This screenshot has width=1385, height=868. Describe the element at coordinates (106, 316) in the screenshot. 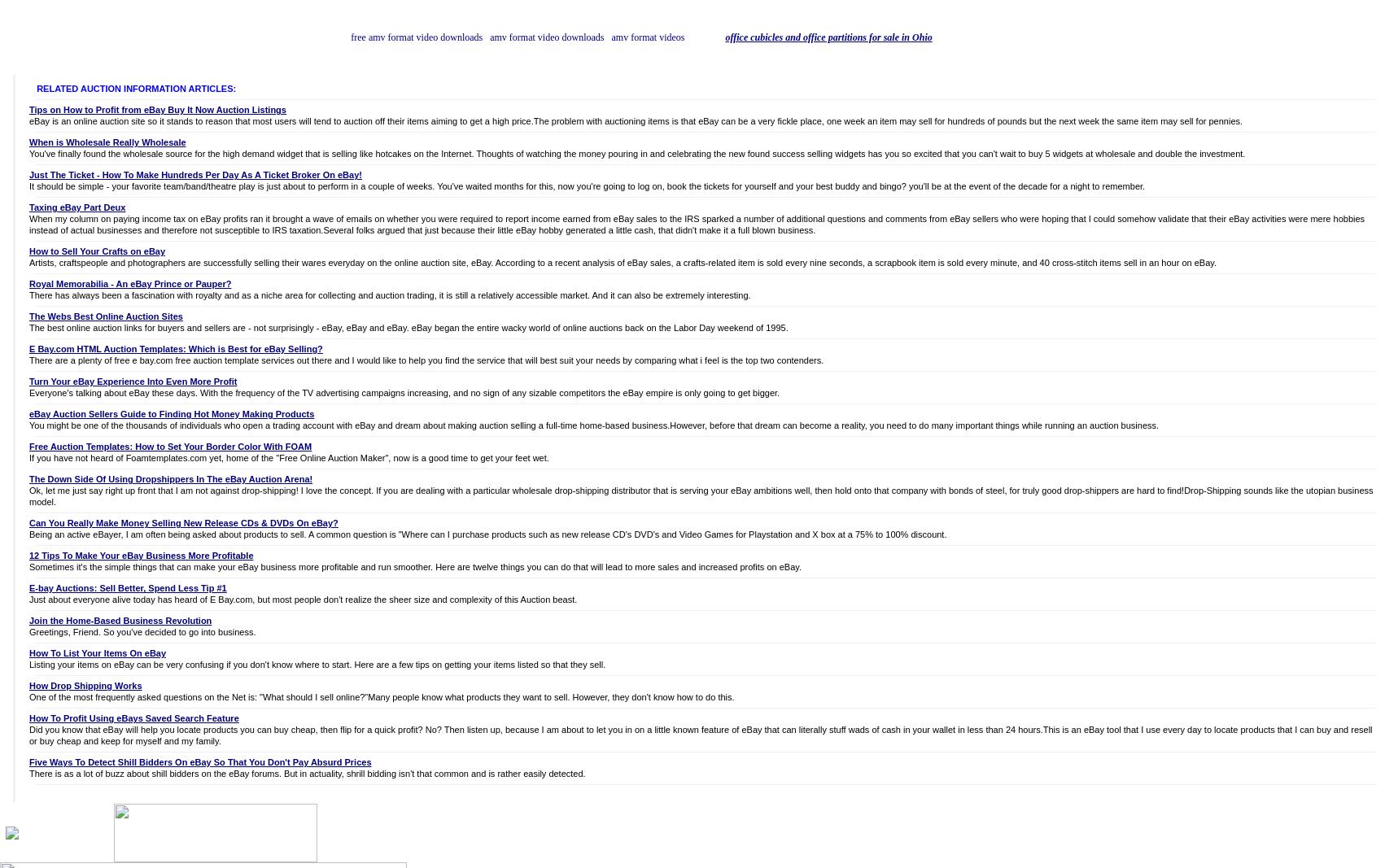

I see `'The Webs Best Online
        Auction Sites'` at that location.